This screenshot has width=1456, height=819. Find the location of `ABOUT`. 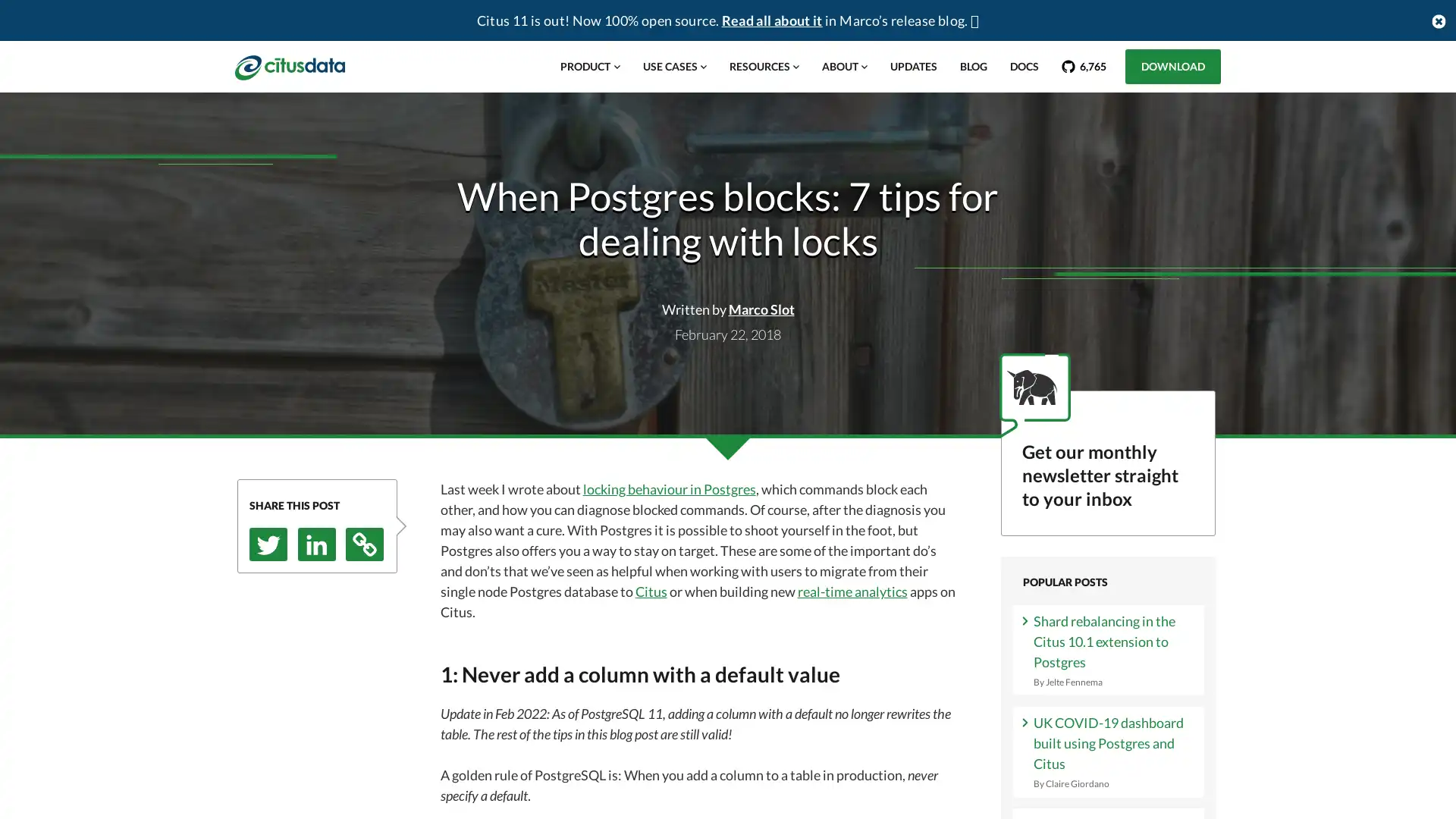

ABOUT is located at coordinates (843, 66).